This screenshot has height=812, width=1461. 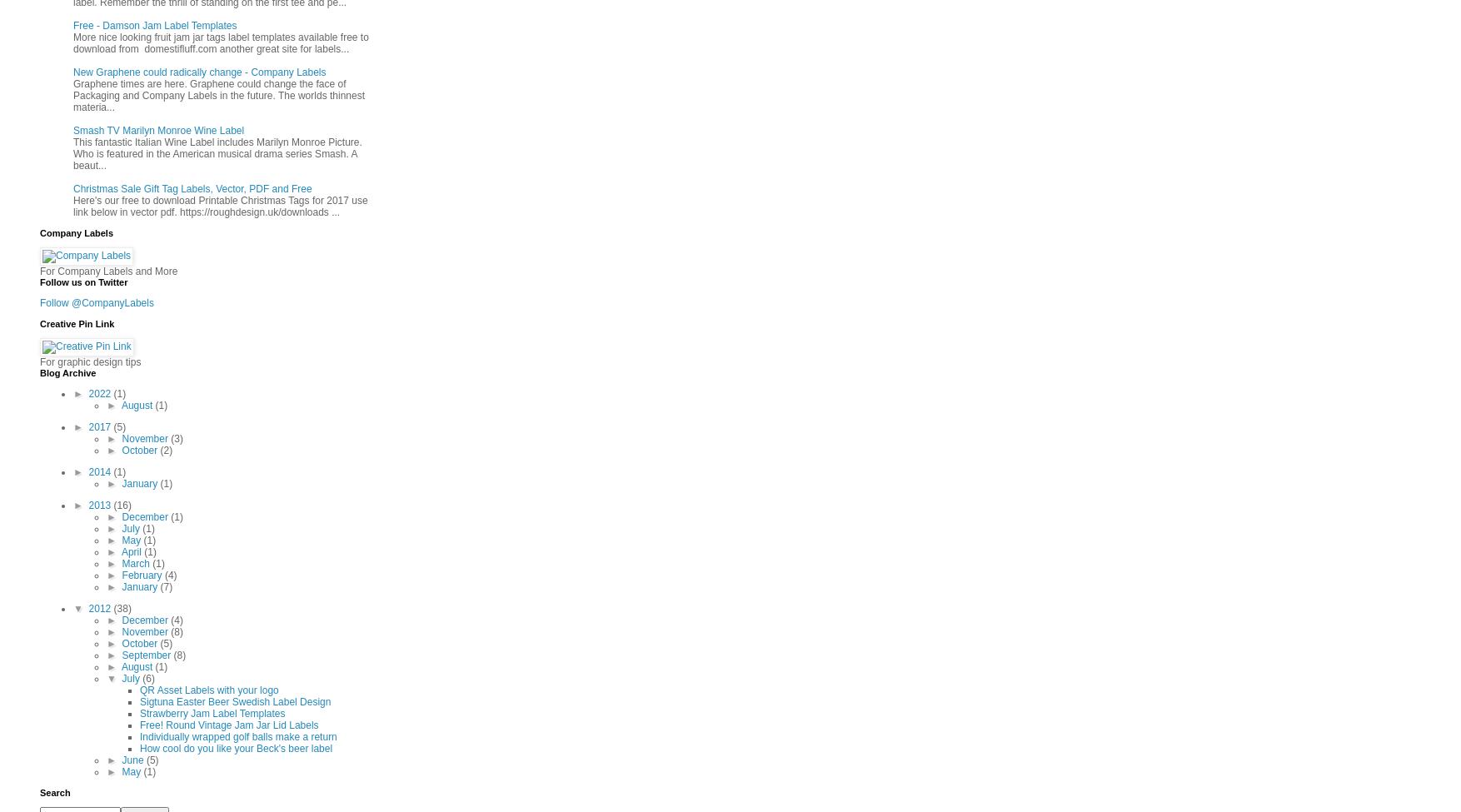 I want to click on '(6)', so click(x=142, y=678).